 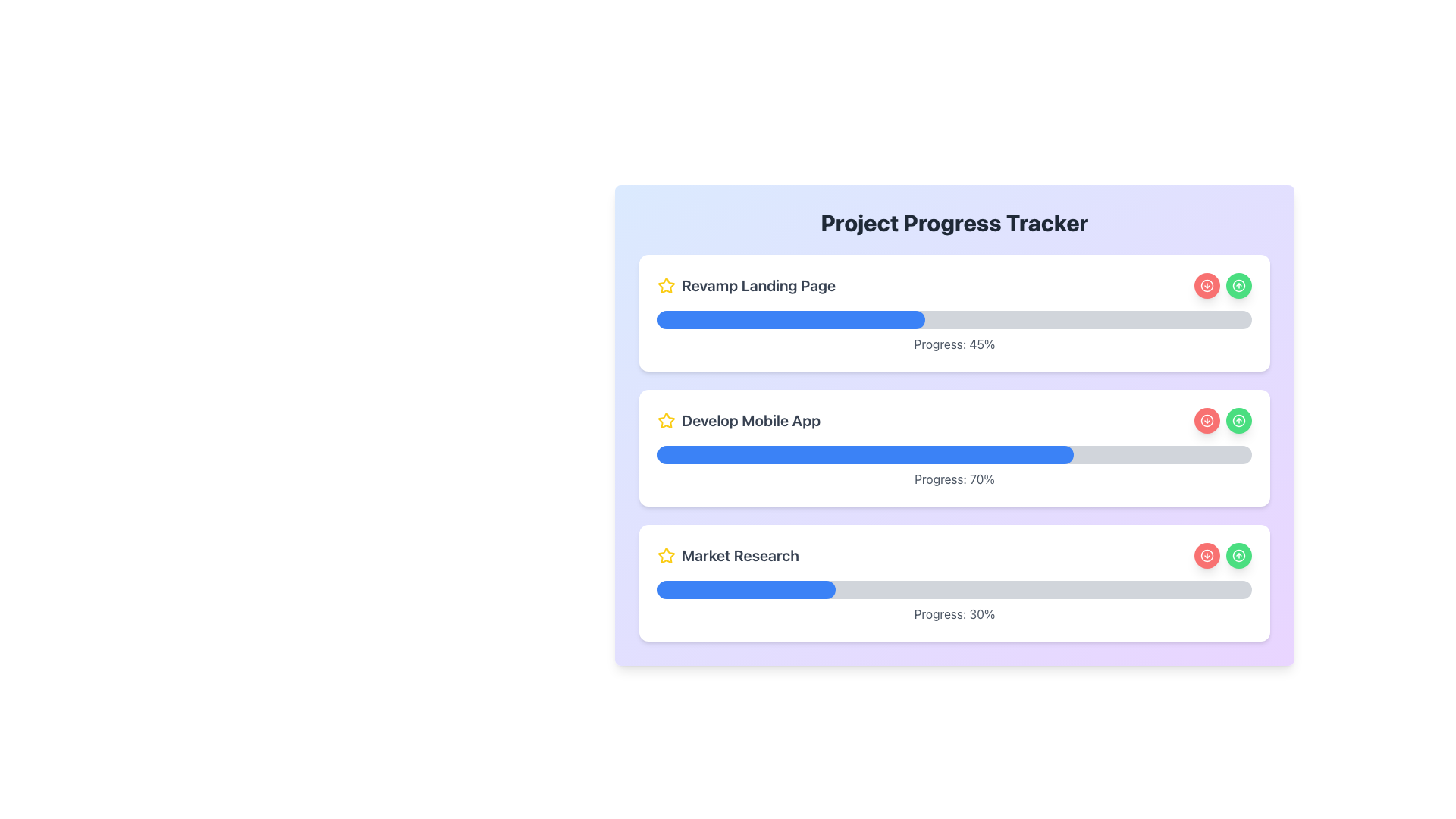 I want to click on the green circular button with a white up arrow, which is the rightmost icon in the third progress tracker item of the 'Market Research' task card, so click(x=1238, y=555).